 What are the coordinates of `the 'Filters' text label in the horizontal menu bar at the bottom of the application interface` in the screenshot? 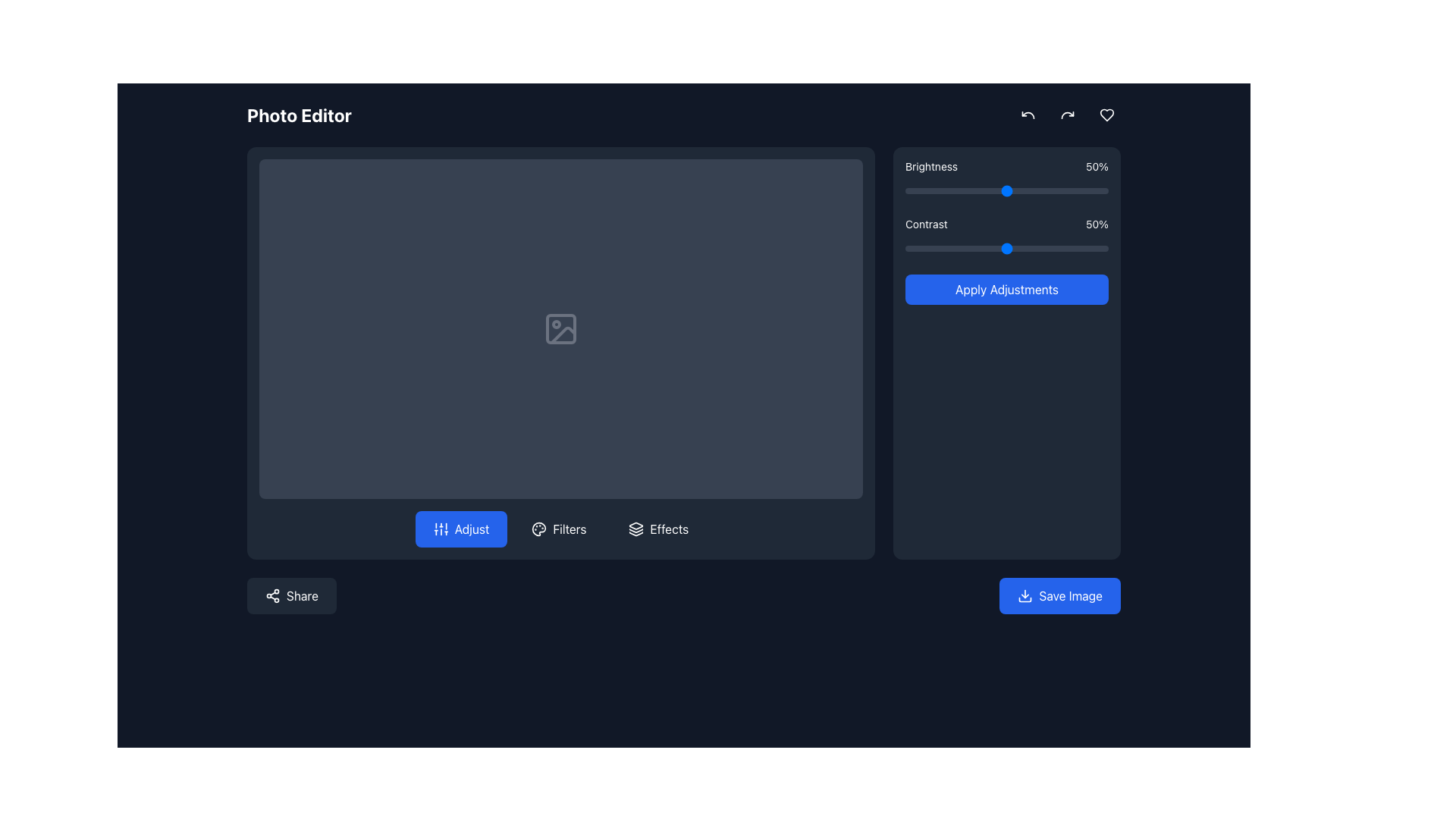 It's located at (569, 528).